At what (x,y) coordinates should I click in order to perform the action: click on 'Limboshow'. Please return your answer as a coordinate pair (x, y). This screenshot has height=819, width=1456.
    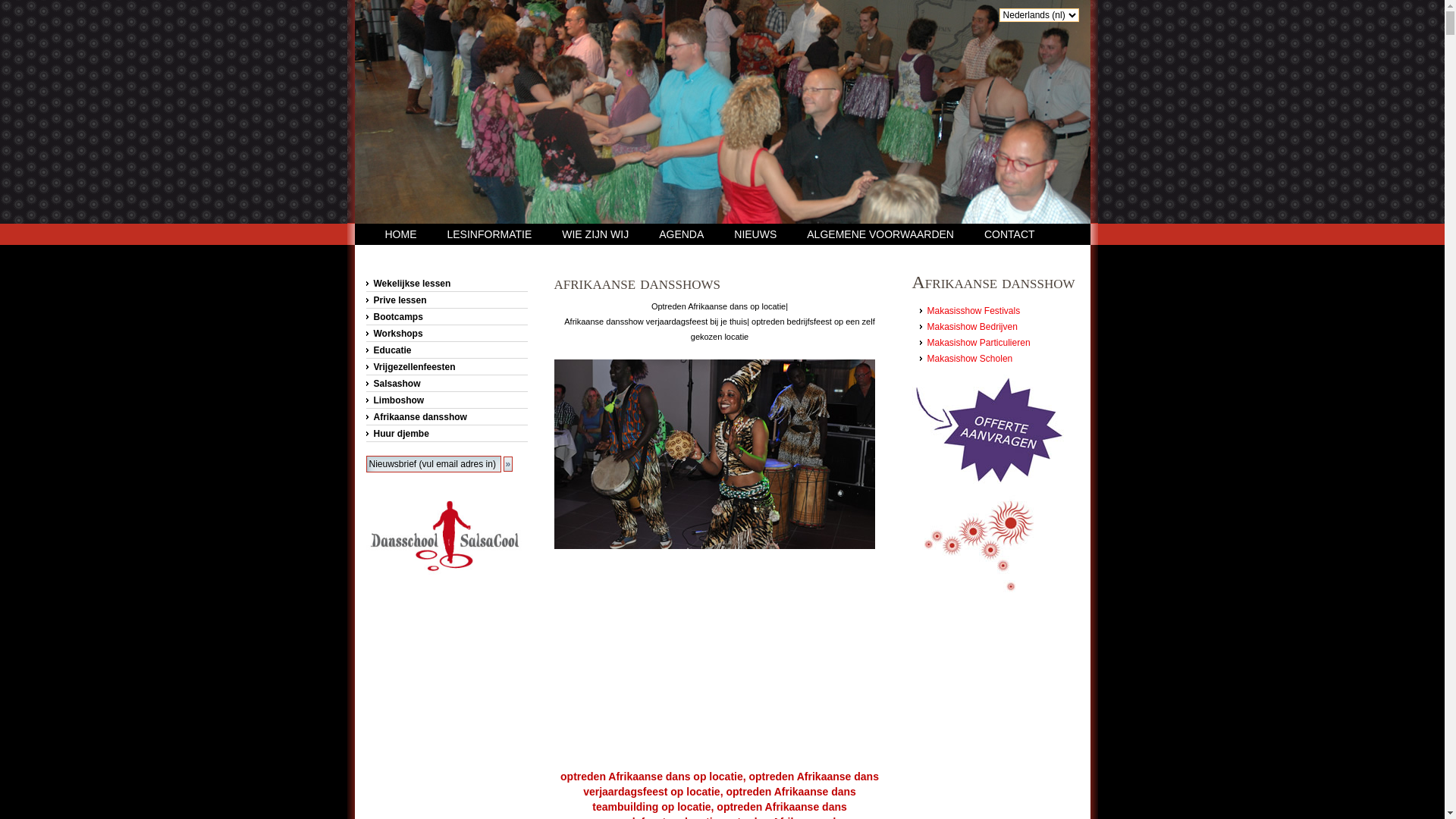
    Looking at the image, I should click on (445, 400).